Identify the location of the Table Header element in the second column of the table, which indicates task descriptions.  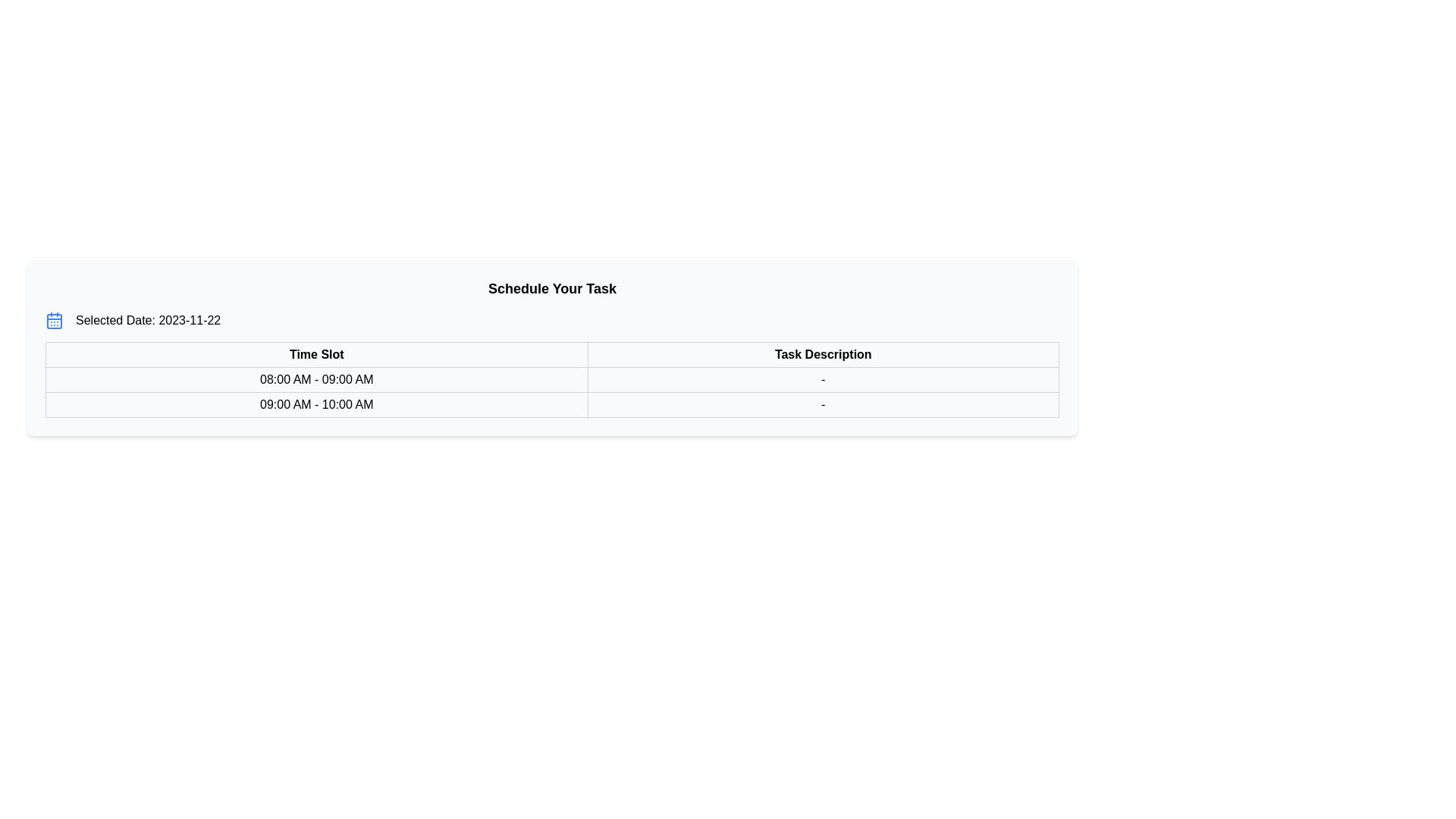
(822, 354).